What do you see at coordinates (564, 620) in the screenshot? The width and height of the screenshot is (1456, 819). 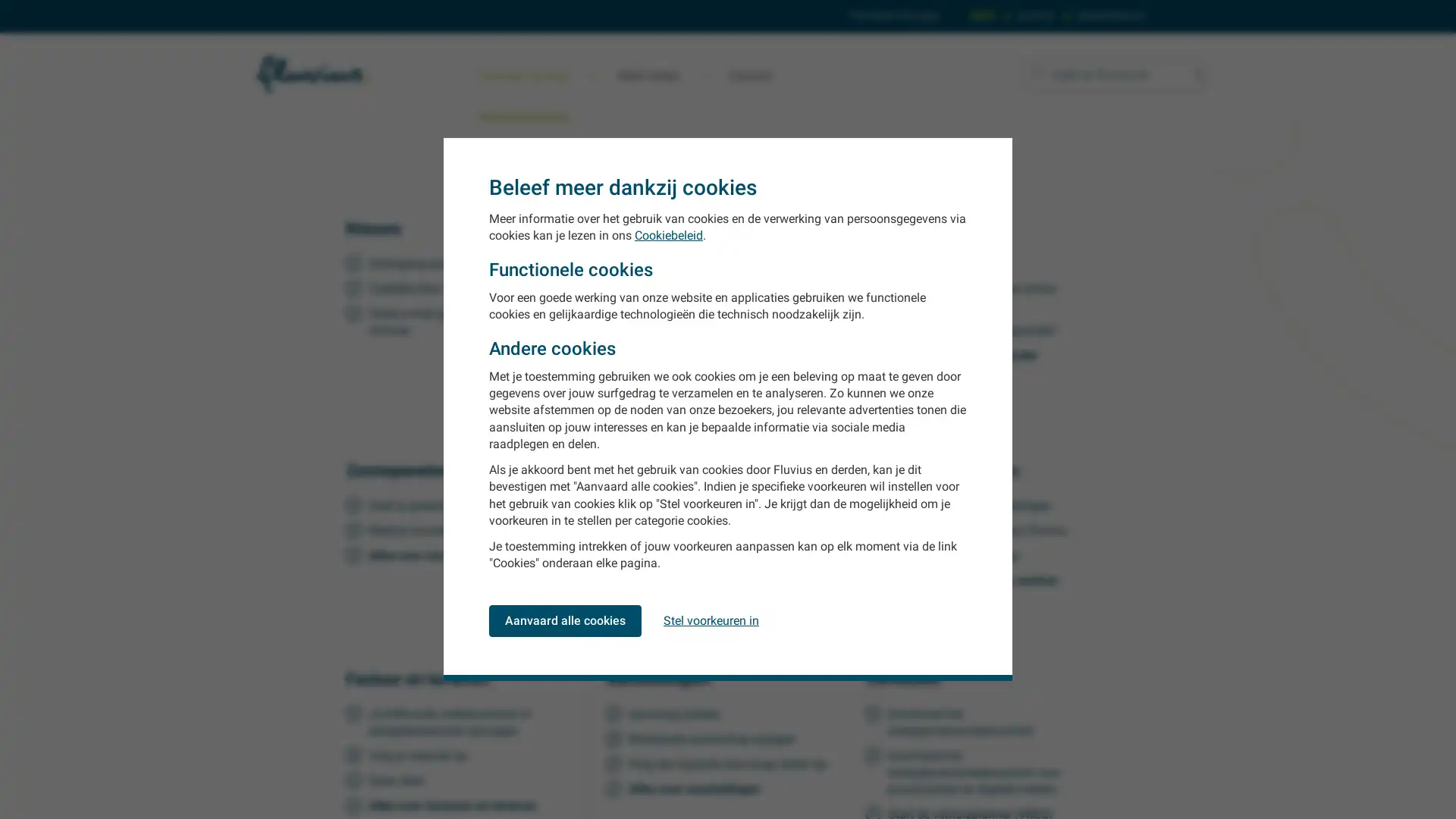 I see `Aanvaard alle cookies` at bounding box center [564, 620].